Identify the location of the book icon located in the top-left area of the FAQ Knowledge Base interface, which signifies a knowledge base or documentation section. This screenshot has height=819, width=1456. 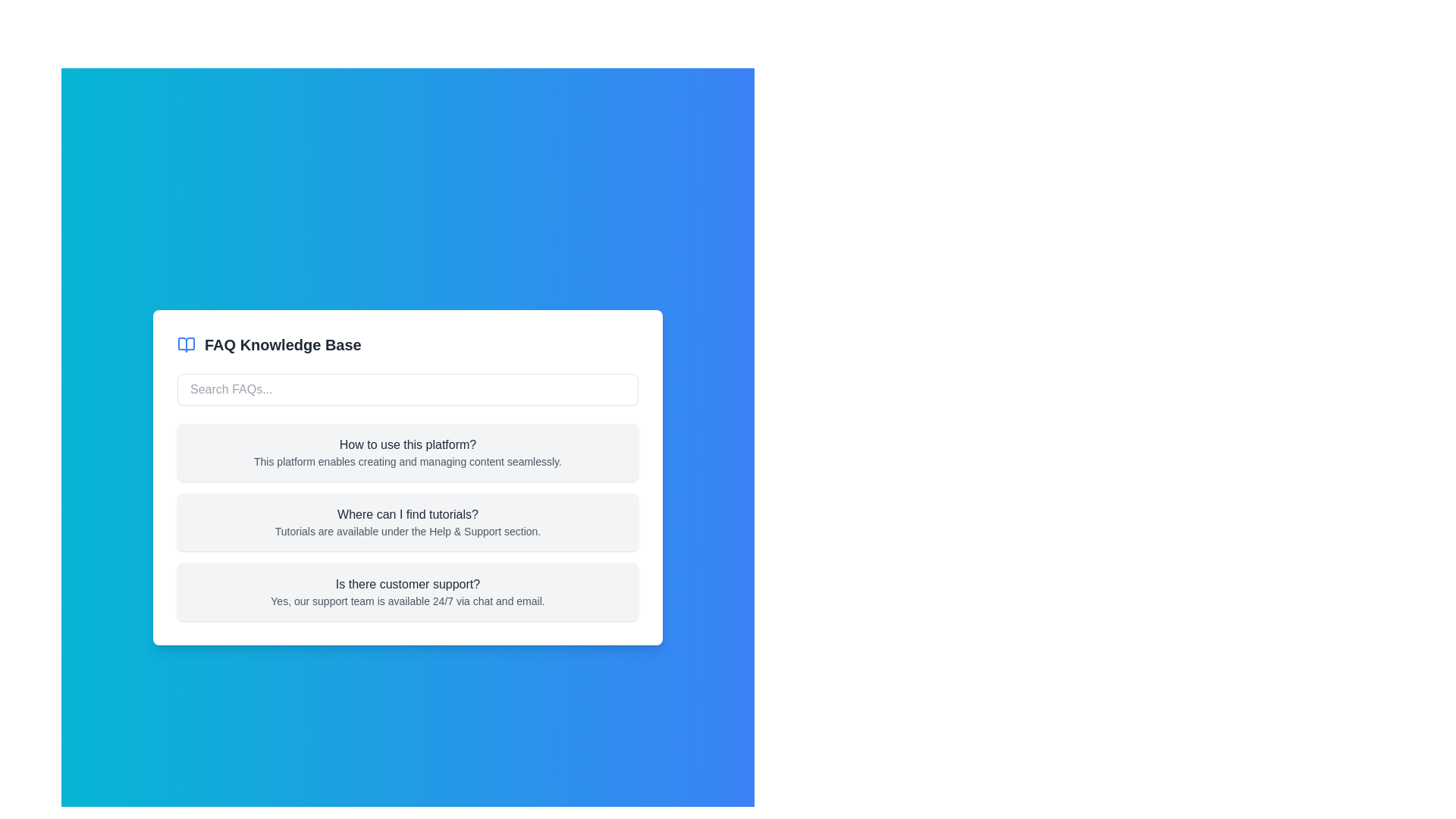
(185, 345).